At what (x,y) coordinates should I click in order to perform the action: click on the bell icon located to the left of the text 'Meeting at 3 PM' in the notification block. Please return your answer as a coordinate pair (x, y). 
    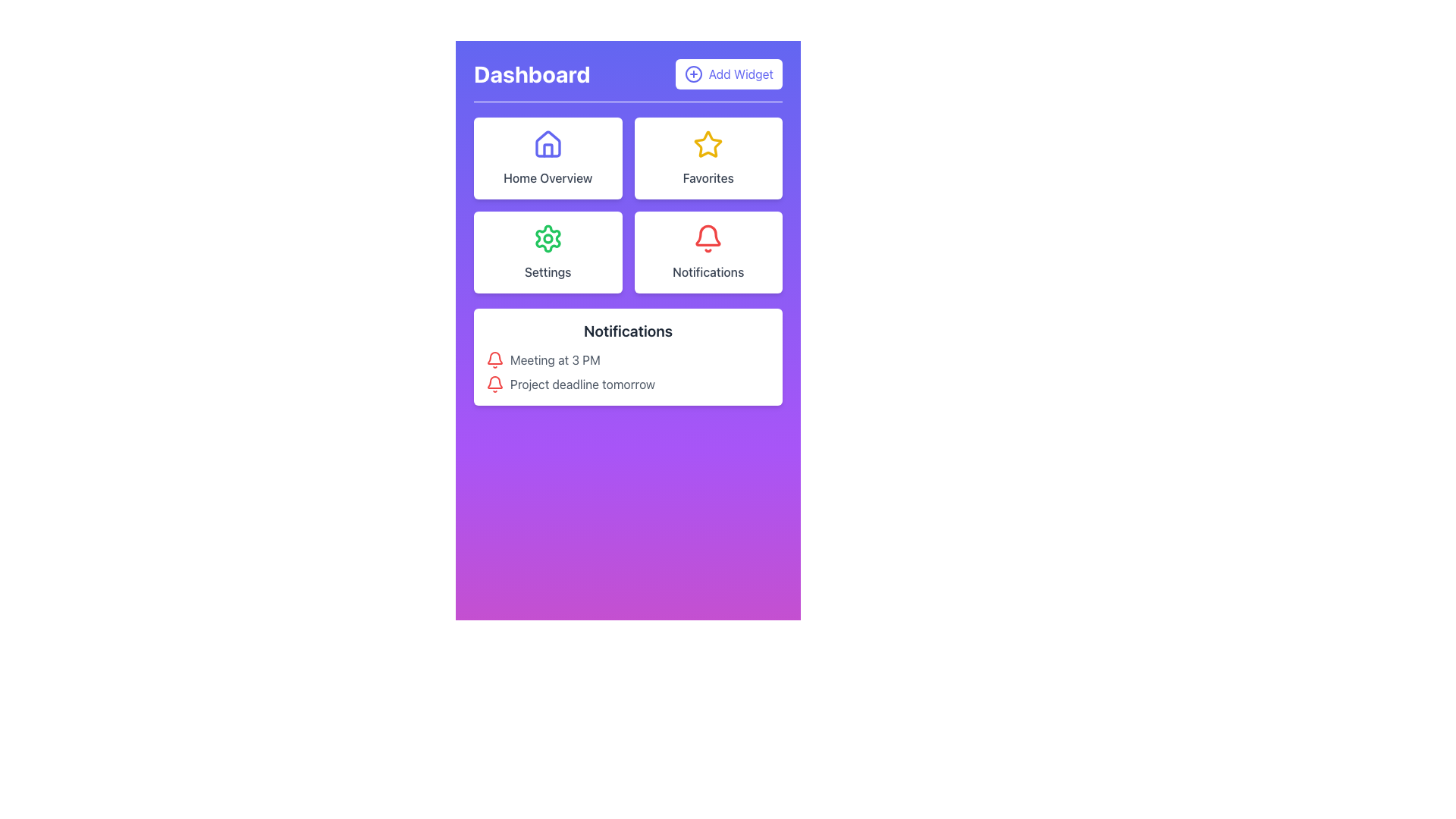
    Looking at the image, I should click on (494, 359).